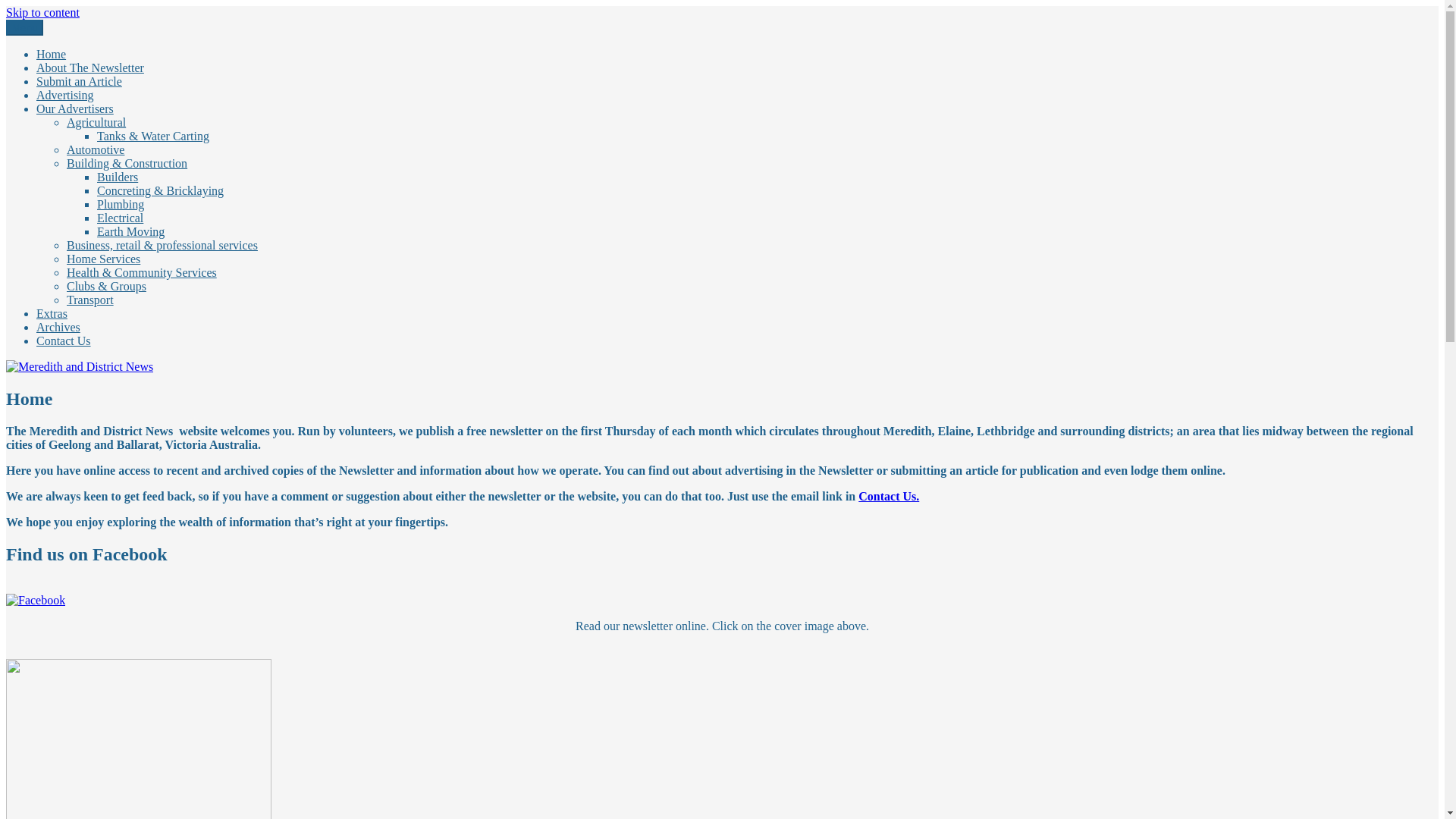 The height and width of the screenshot is (819, 1456). What do you see at coordinates (119, 203) in the screenshot?
I see `'Plumbing'` at bounding box center [119, 203].